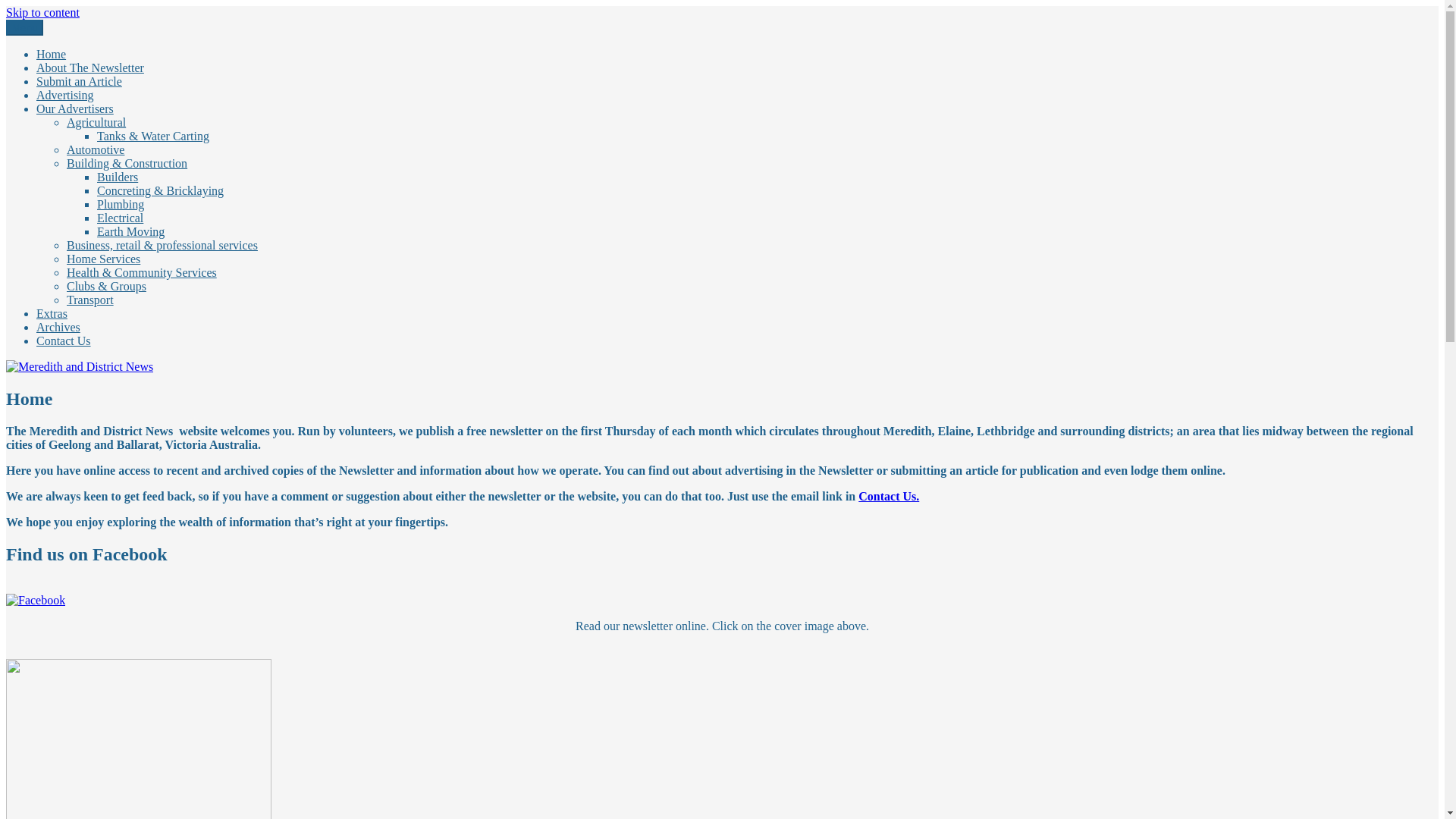 The height and width of the screenshot is (819, 1456). What do you see at coordinates (119, 203) in the screenshot?
I see `'Plumbing'` at bounding box center [119, 203].